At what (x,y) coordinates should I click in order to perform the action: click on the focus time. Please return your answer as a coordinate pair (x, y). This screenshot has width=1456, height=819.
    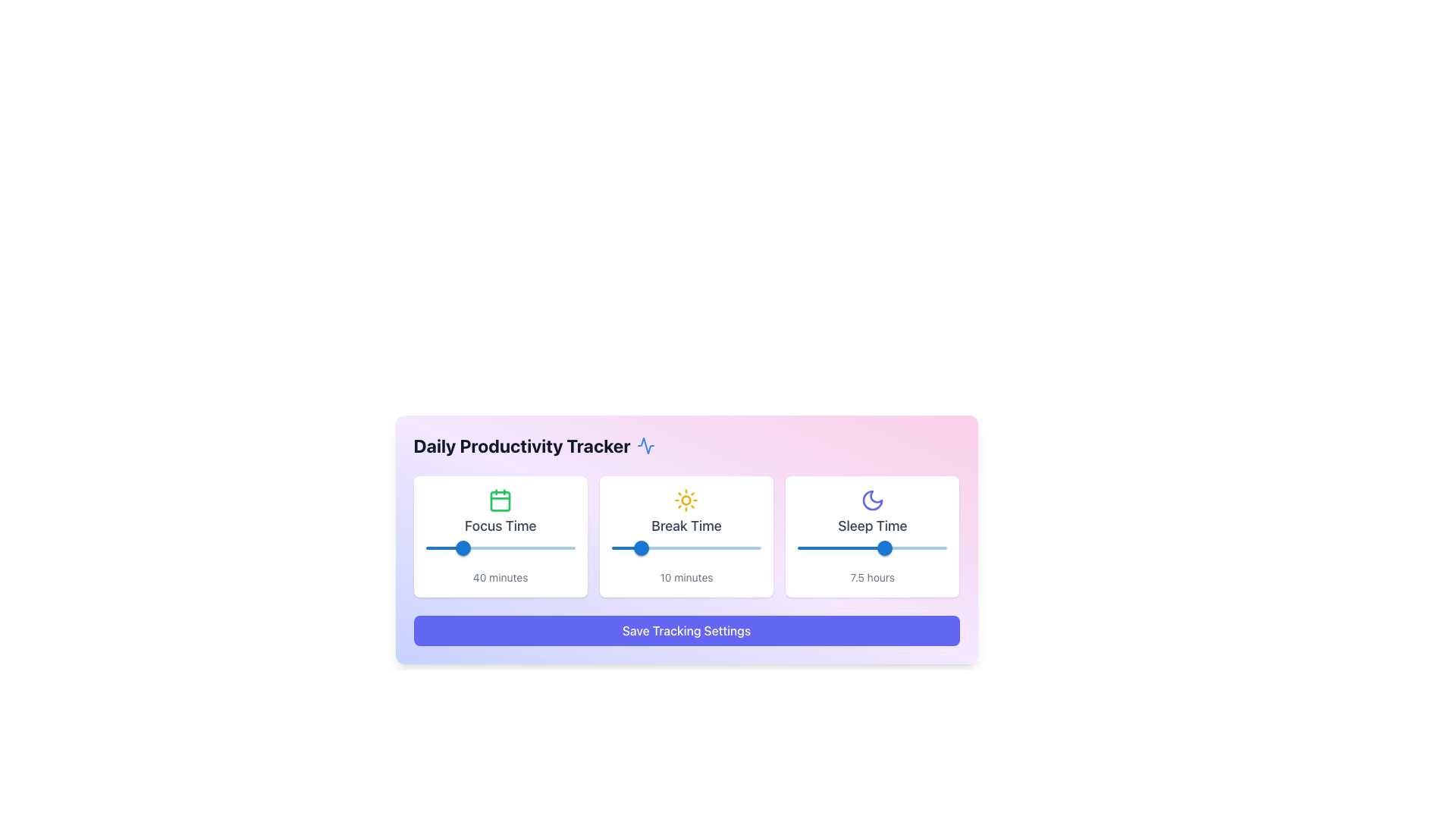
    Looking at the image, I should click on (495, 548).